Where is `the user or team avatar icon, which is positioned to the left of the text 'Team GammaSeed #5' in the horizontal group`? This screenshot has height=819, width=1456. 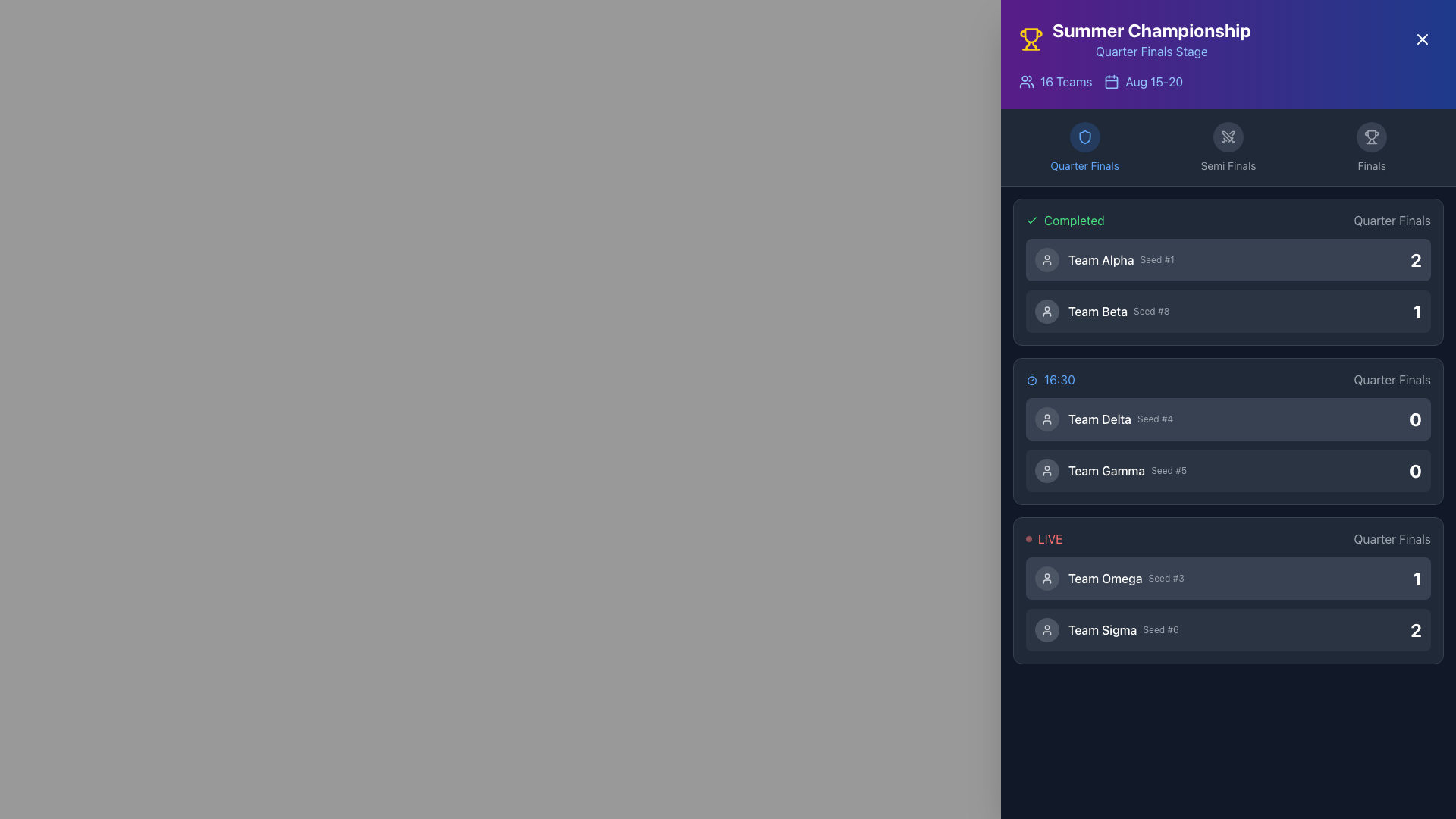
the user or team avatar icon, which is positioned to the left of the text 'Team GammaSeed #5' in the horizontal group is located at coordinates (1046, 470).